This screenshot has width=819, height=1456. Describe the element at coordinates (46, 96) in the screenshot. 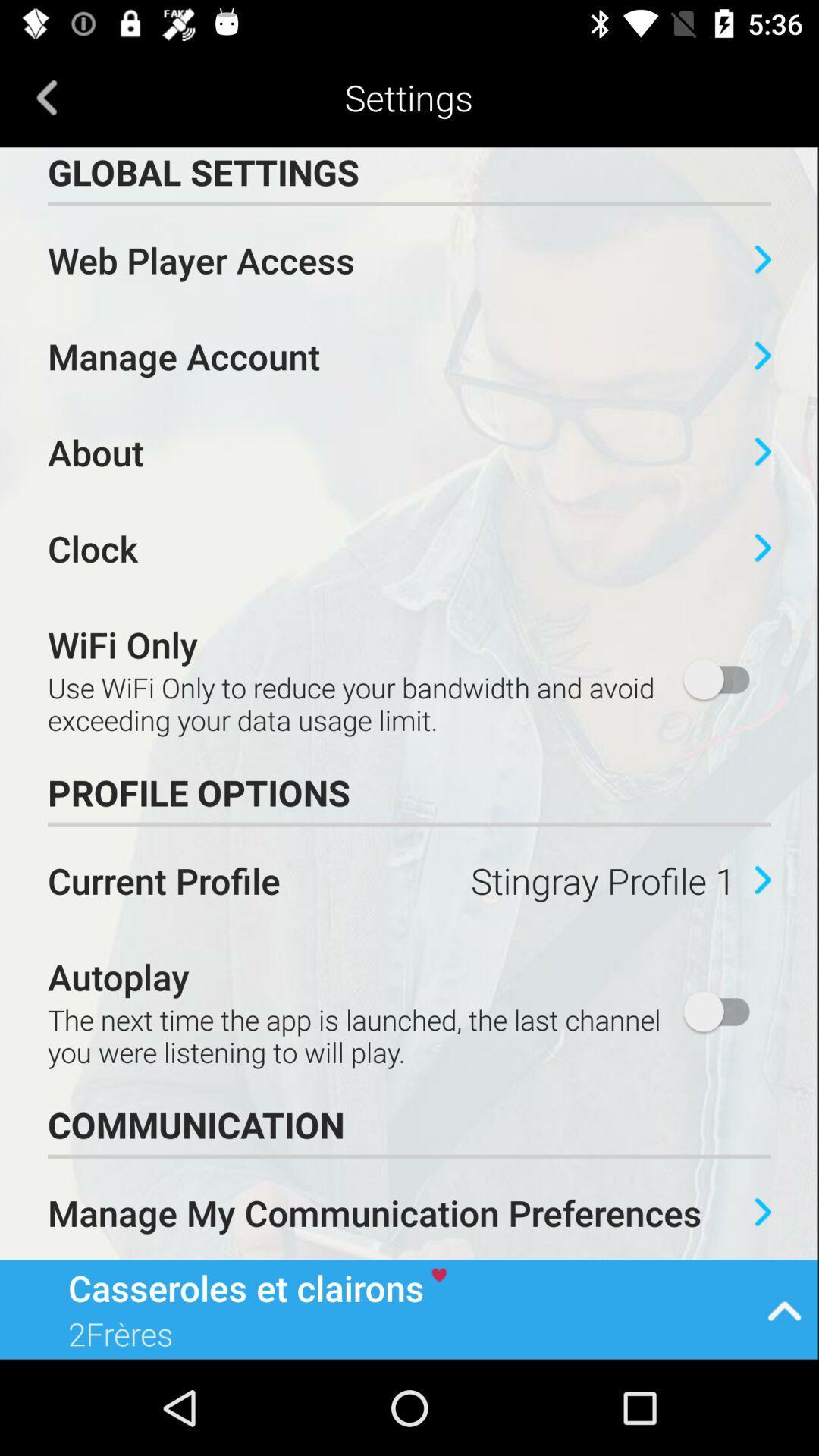

I see `the item next to settings icon` at that location.